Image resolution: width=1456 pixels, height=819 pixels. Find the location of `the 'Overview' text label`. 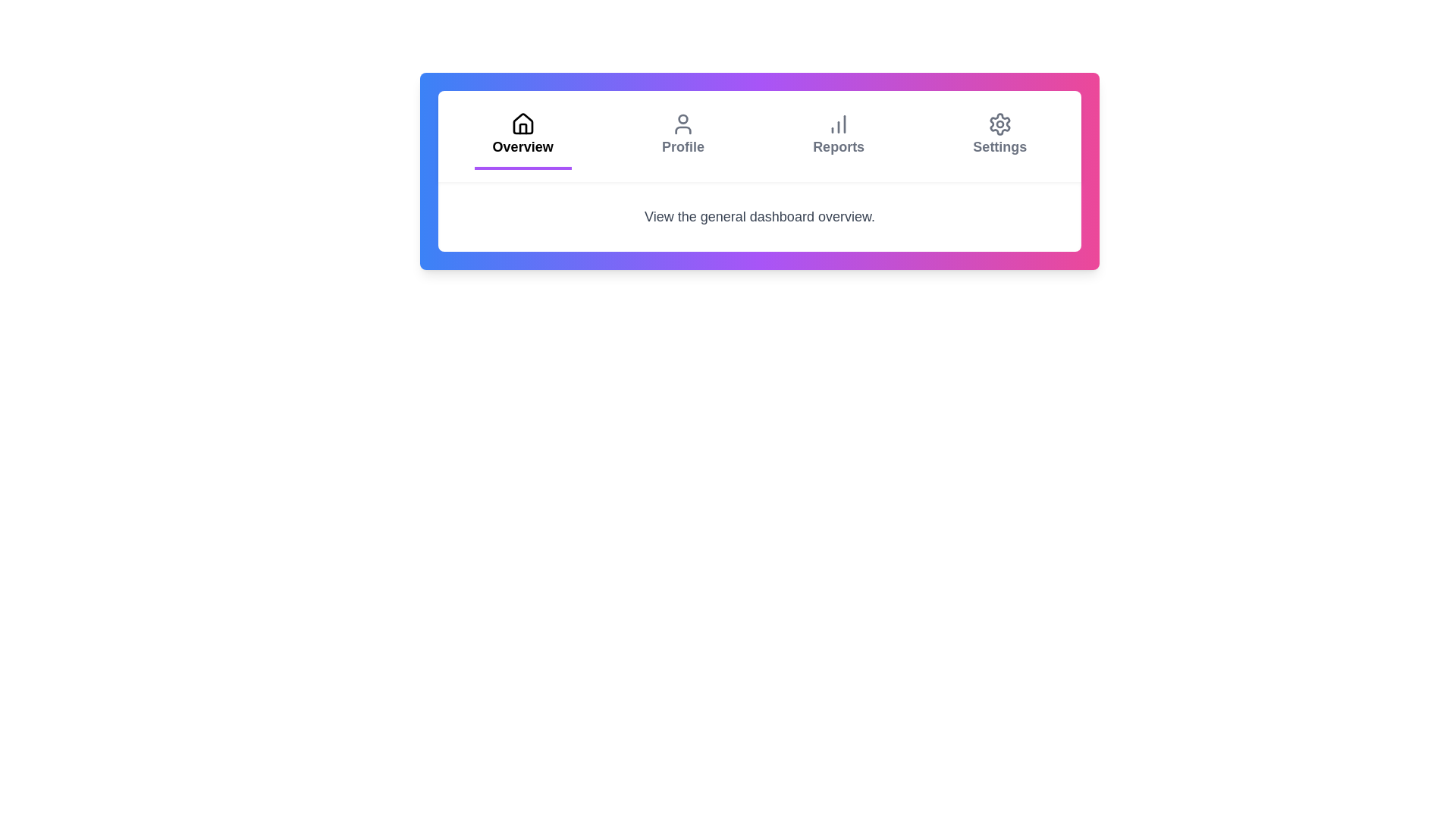

the 'Overview' text label is located at coordinates (522, 146).